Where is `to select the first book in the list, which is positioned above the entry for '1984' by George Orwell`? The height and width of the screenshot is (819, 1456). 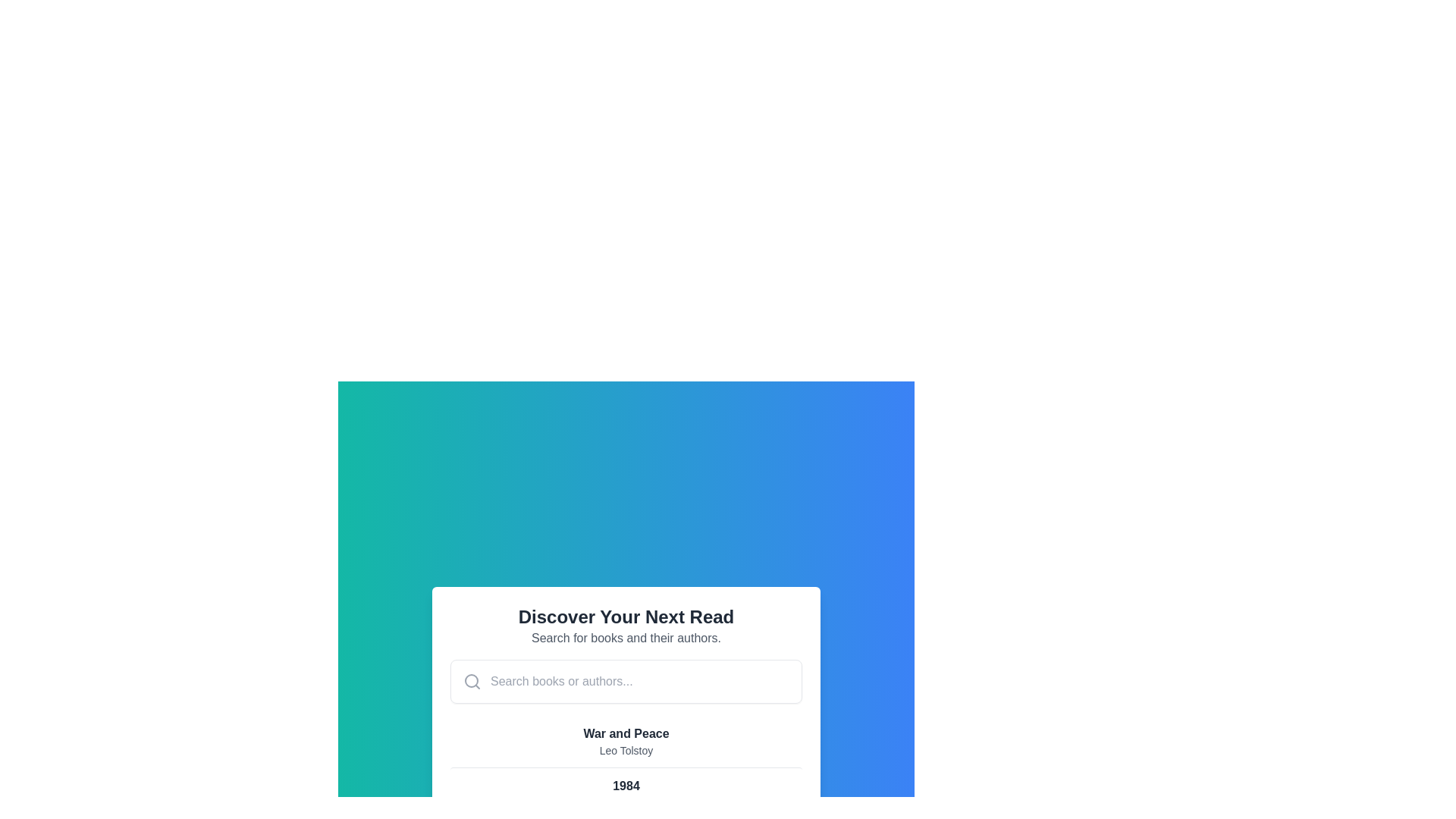
to select the first book in the list, which is positioned above the entry for '1984' by George Orwell is located at coordinates (626, 741).